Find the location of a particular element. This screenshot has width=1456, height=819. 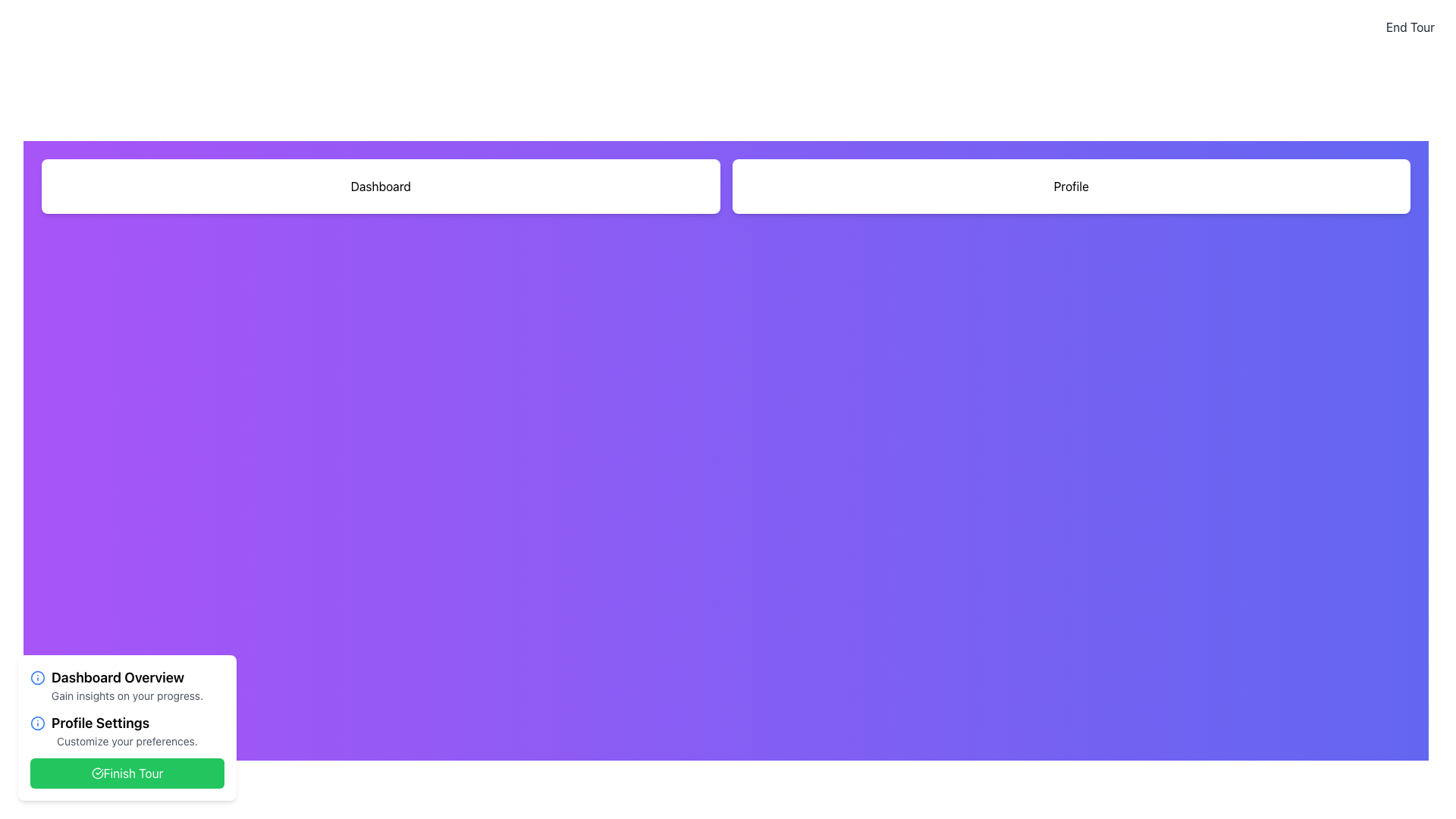

text of the label that displays 'Dashboard Overview', which is bold and large, located to the right of the informational icon is located at coordinates (117, 677).